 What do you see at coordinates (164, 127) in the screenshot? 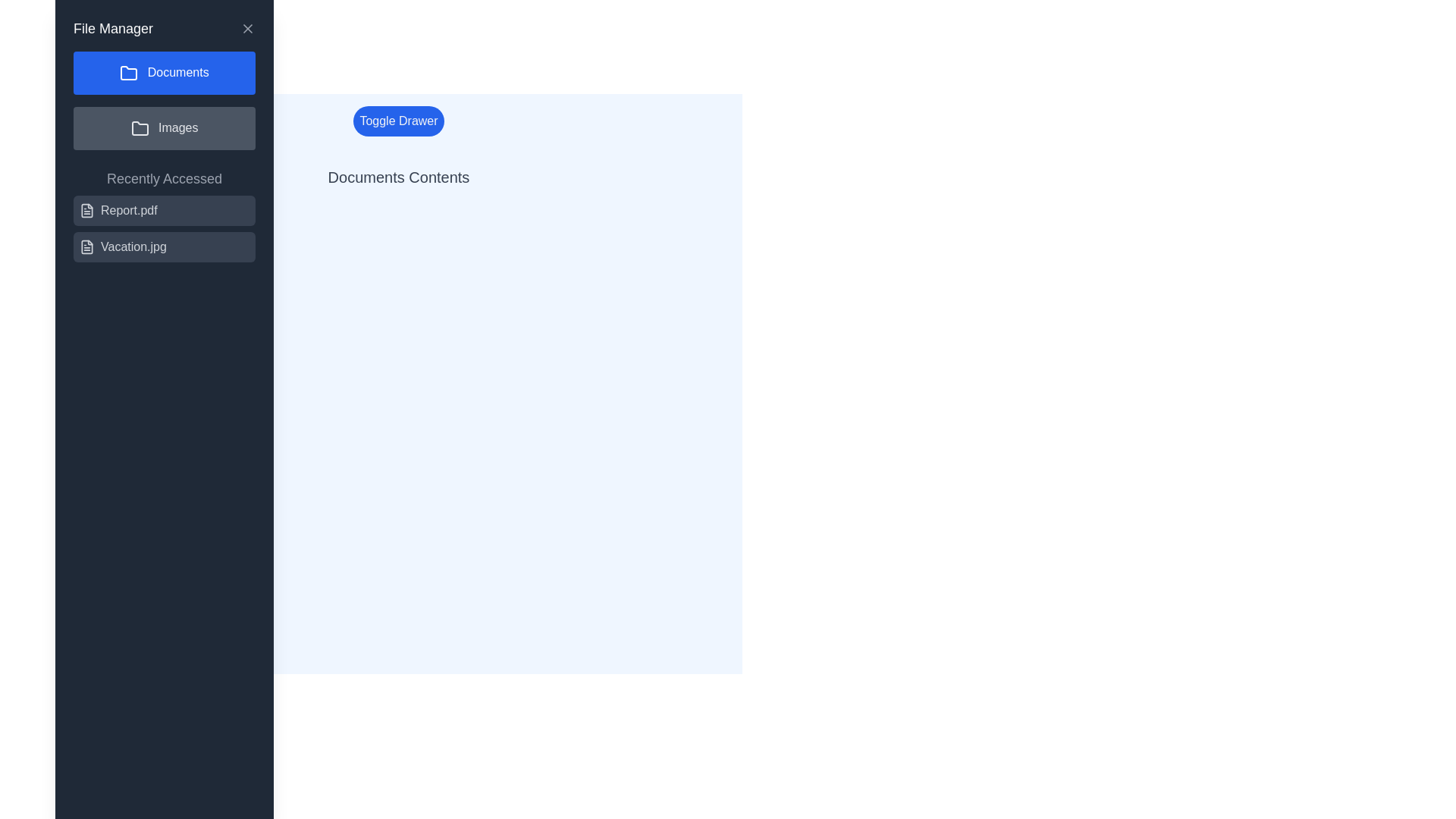
I see `the 'Images' button located in the left vertical menu with a dark gray background and light gray text` at bounding box center [164, 127].